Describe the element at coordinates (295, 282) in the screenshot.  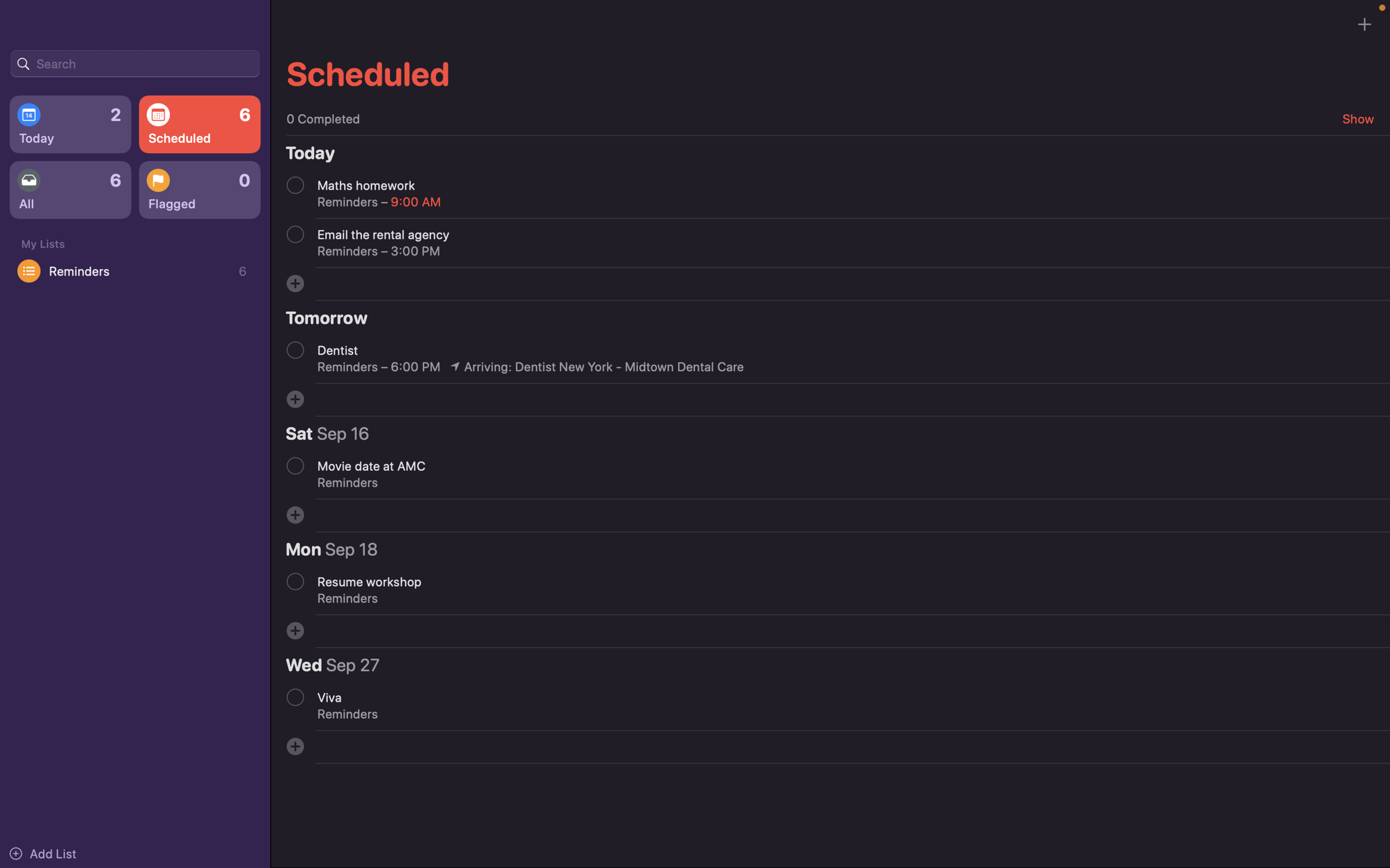
I see `Add a new event for next week` at that location.